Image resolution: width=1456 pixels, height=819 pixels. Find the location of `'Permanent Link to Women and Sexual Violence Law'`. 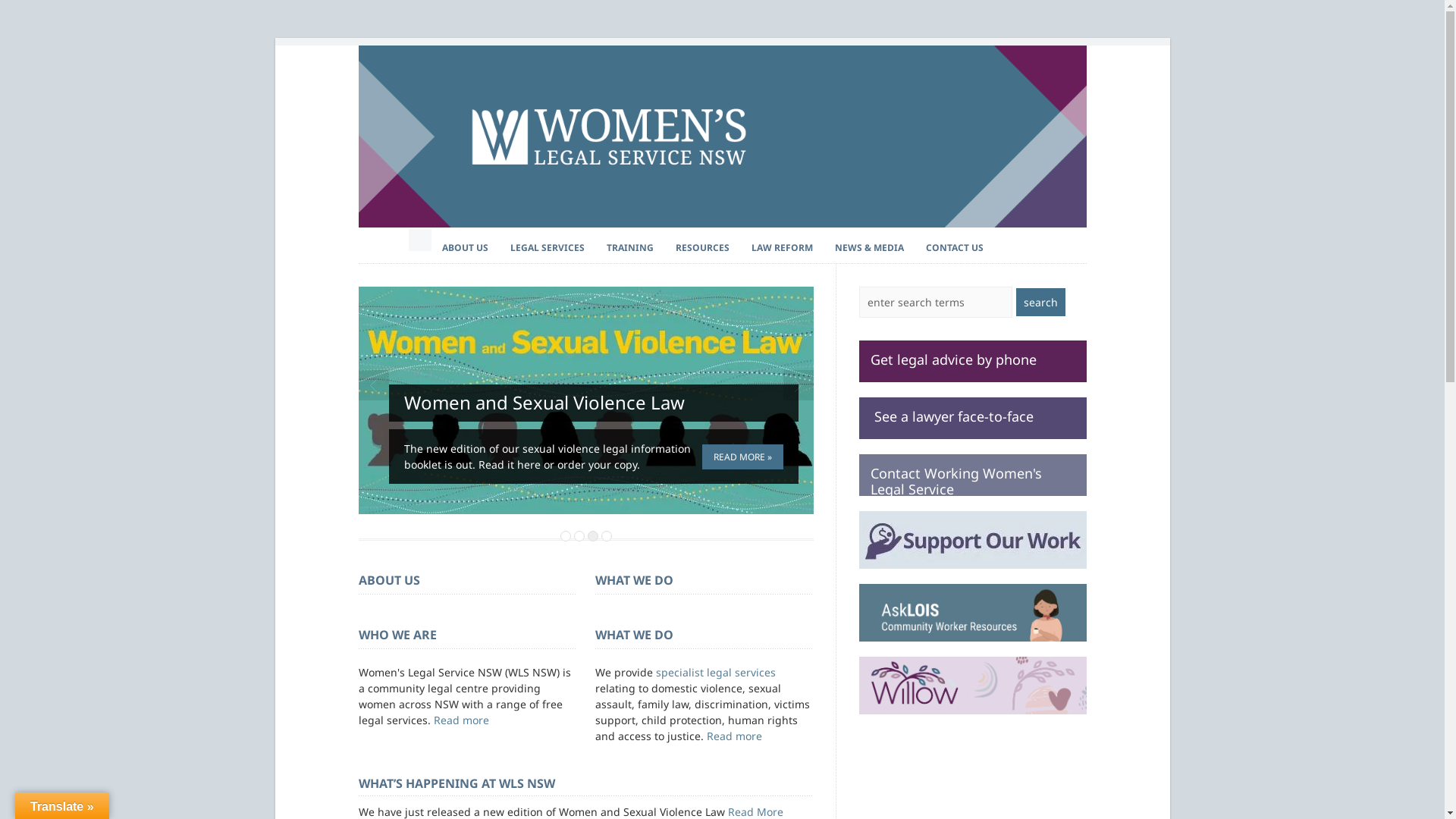

'Permanent Link to Women and Sexual Violence Law' is located at coordinates (585, 400).